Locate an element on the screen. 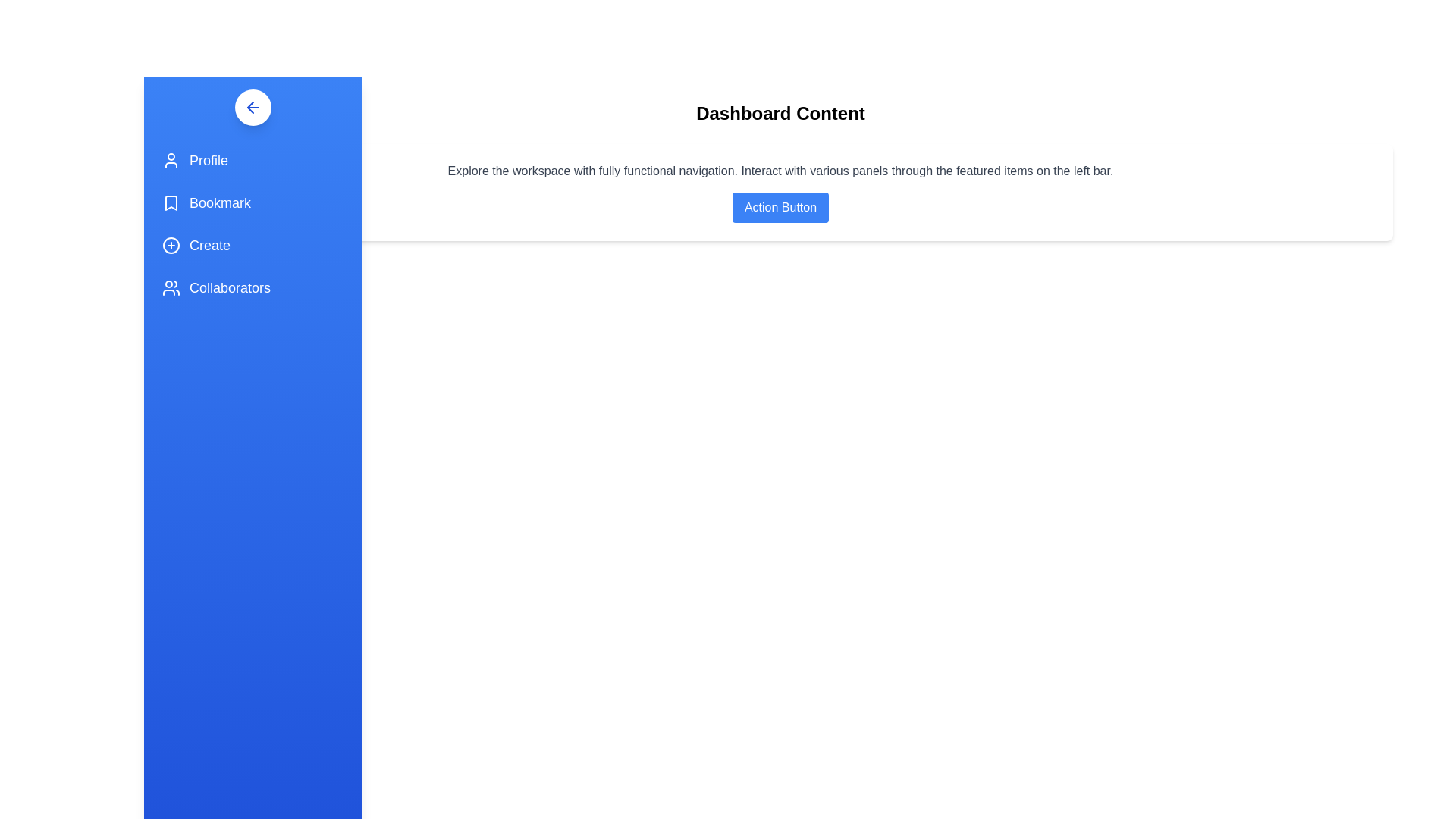  the button with an arrow to toggle the side panel visibility is located at coordinates (253, 107).